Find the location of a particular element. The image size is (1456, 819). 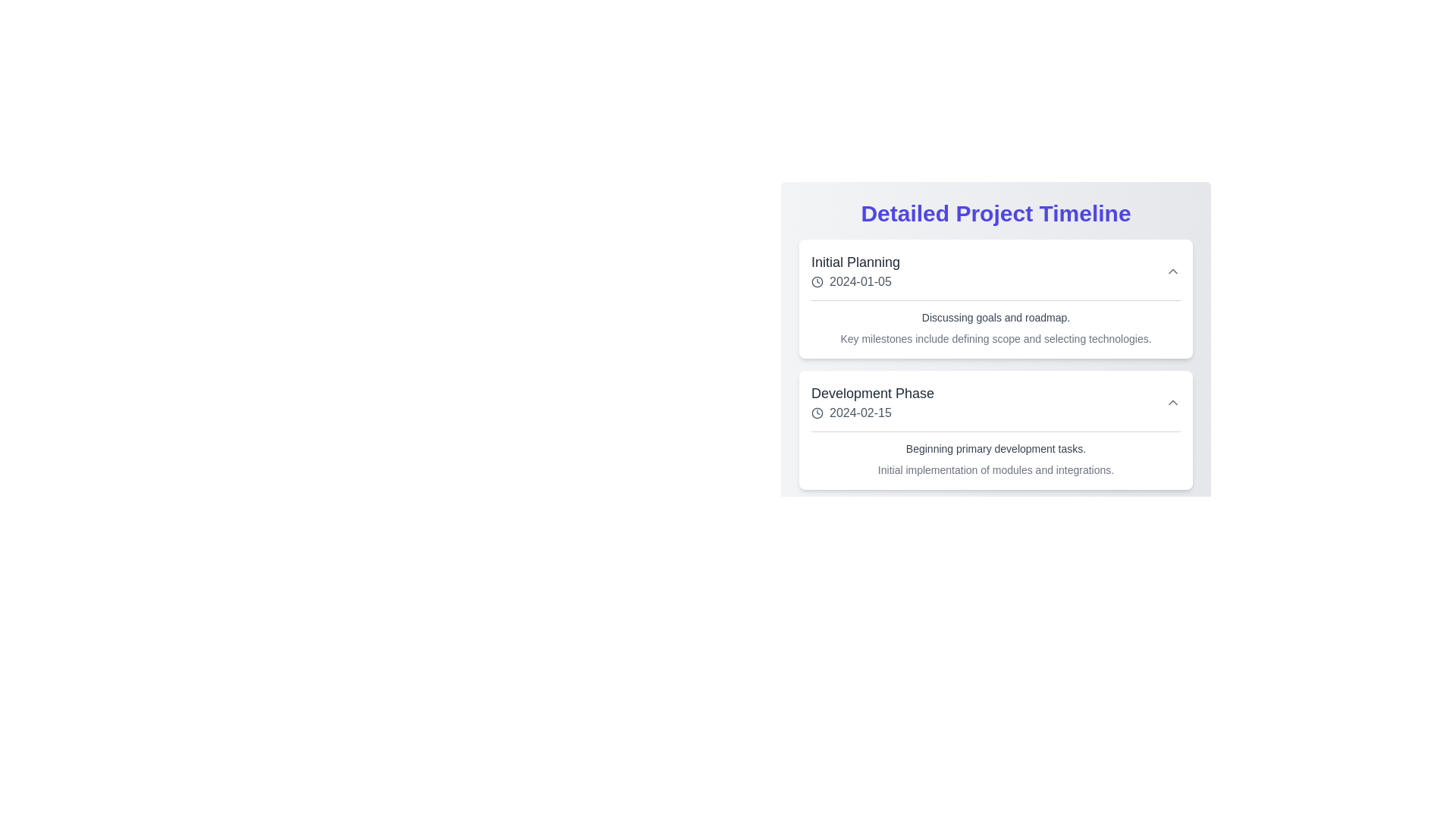

the Label indicating the date associated with the 'Development Phase', positioned below the 'Development Phase' text and next to a clock icon is located at coordinates (873, 413).